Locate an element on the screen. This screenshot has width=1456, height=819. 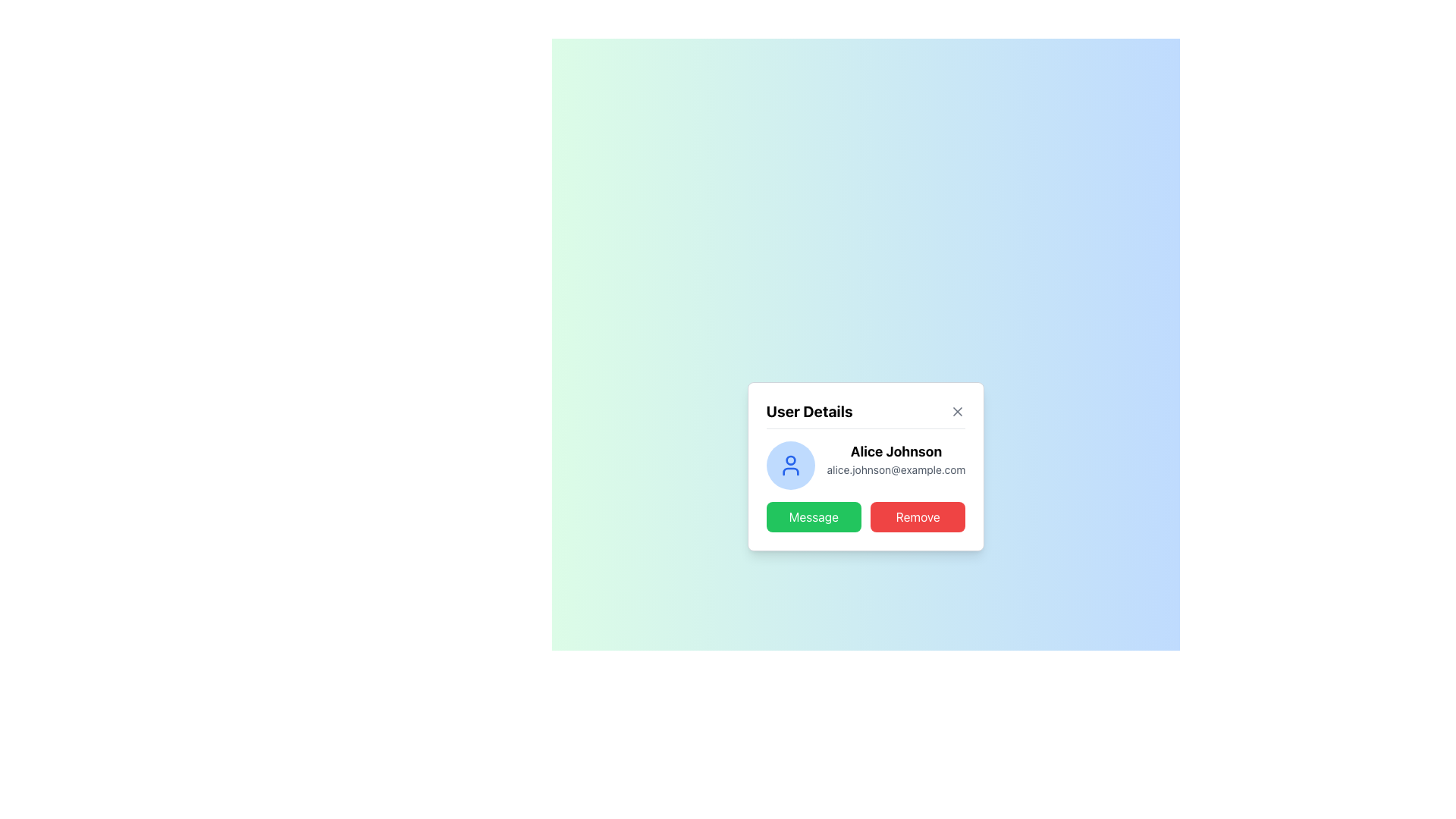
the bold text label displaying 'Alice Johnson' located in the 'User Details' modal, positioned below the title and adjacent to the email address is located at coordinates (866, 447).